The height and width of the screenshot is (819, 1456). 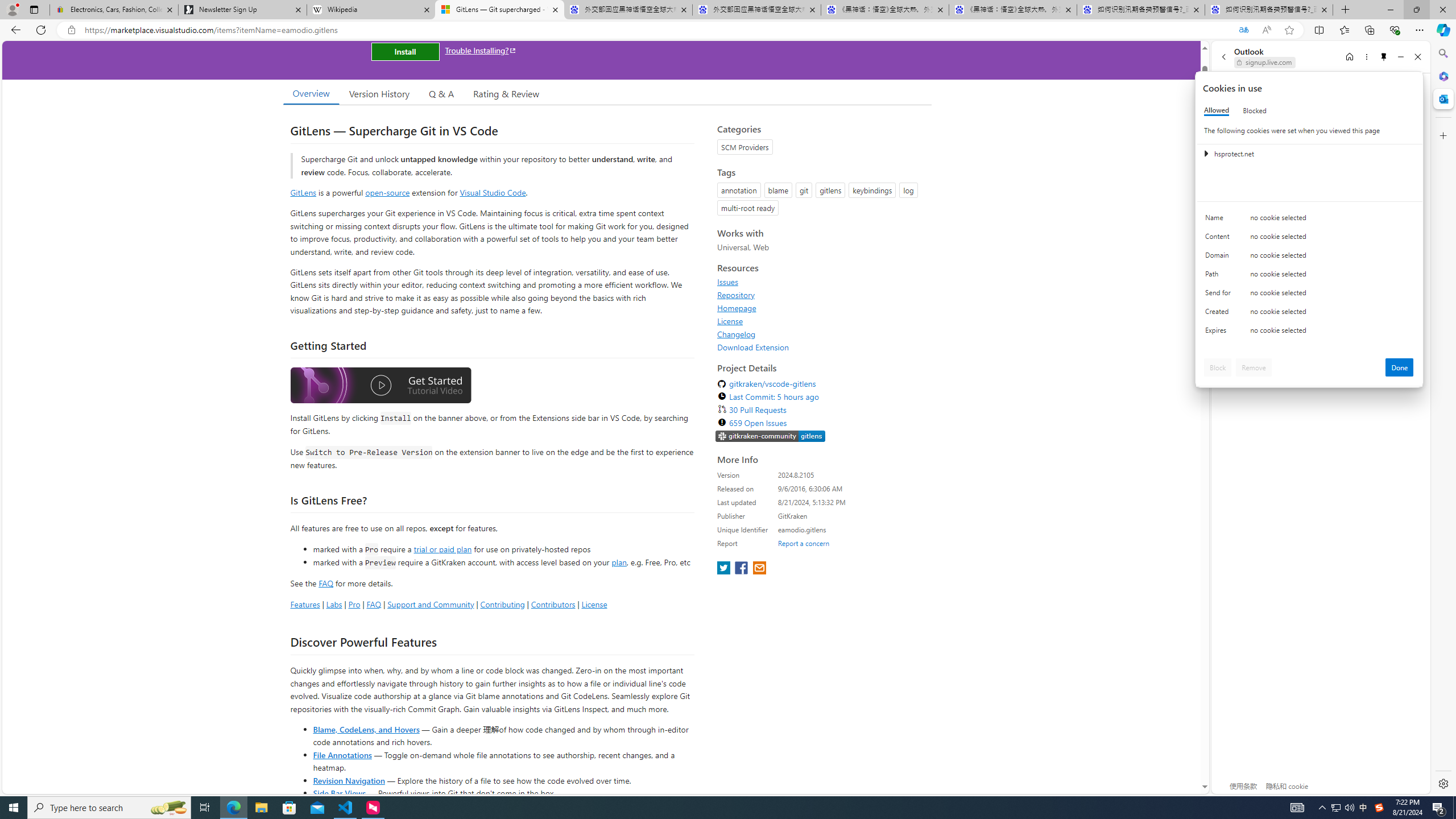 I want to click on 'Class: c0153 c0157', so click(x=1309, y=333).